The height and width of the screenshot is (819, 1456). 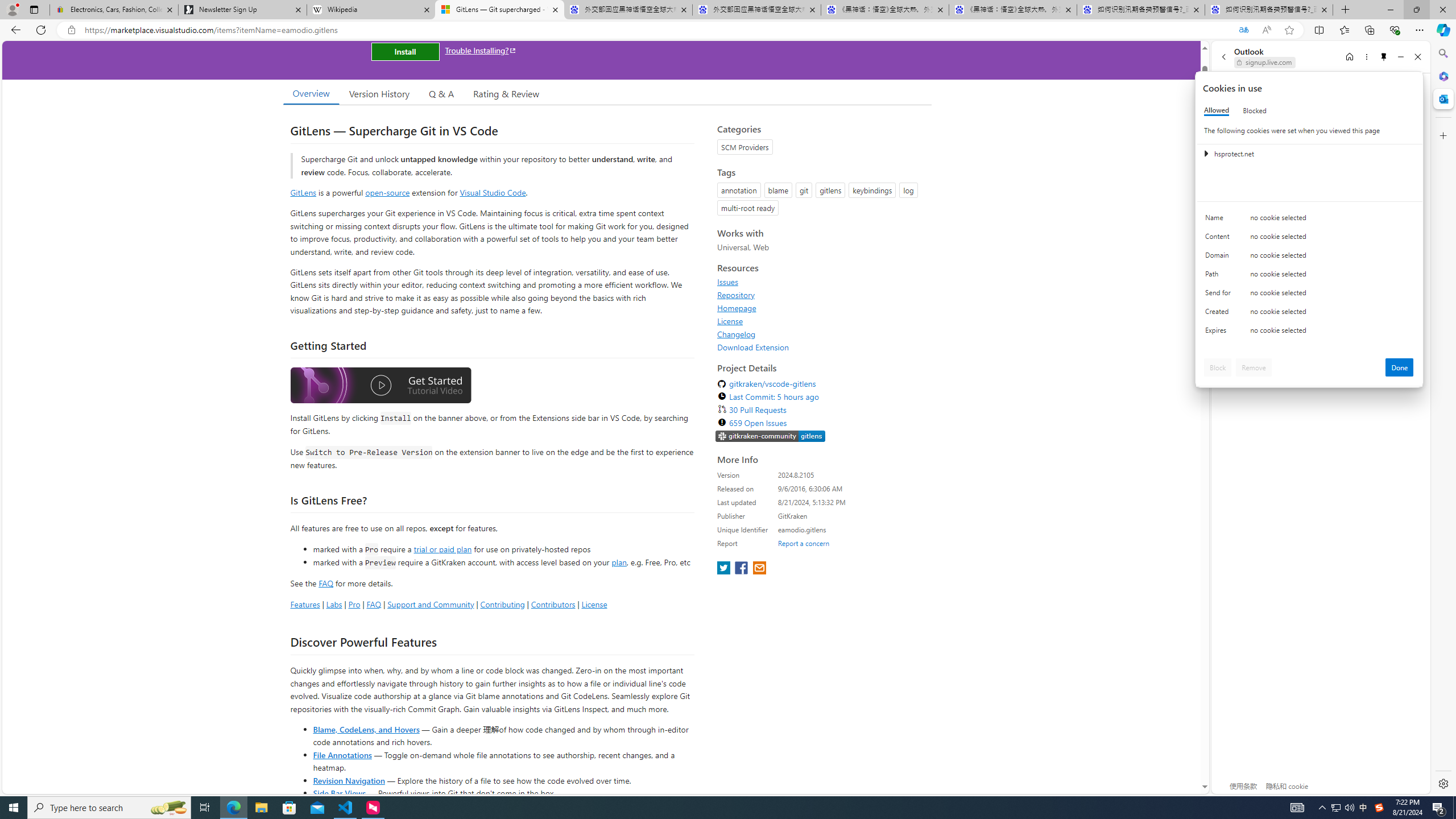 I want to click on 'Class: c0153 c0157', so click(x=1309, y=333).